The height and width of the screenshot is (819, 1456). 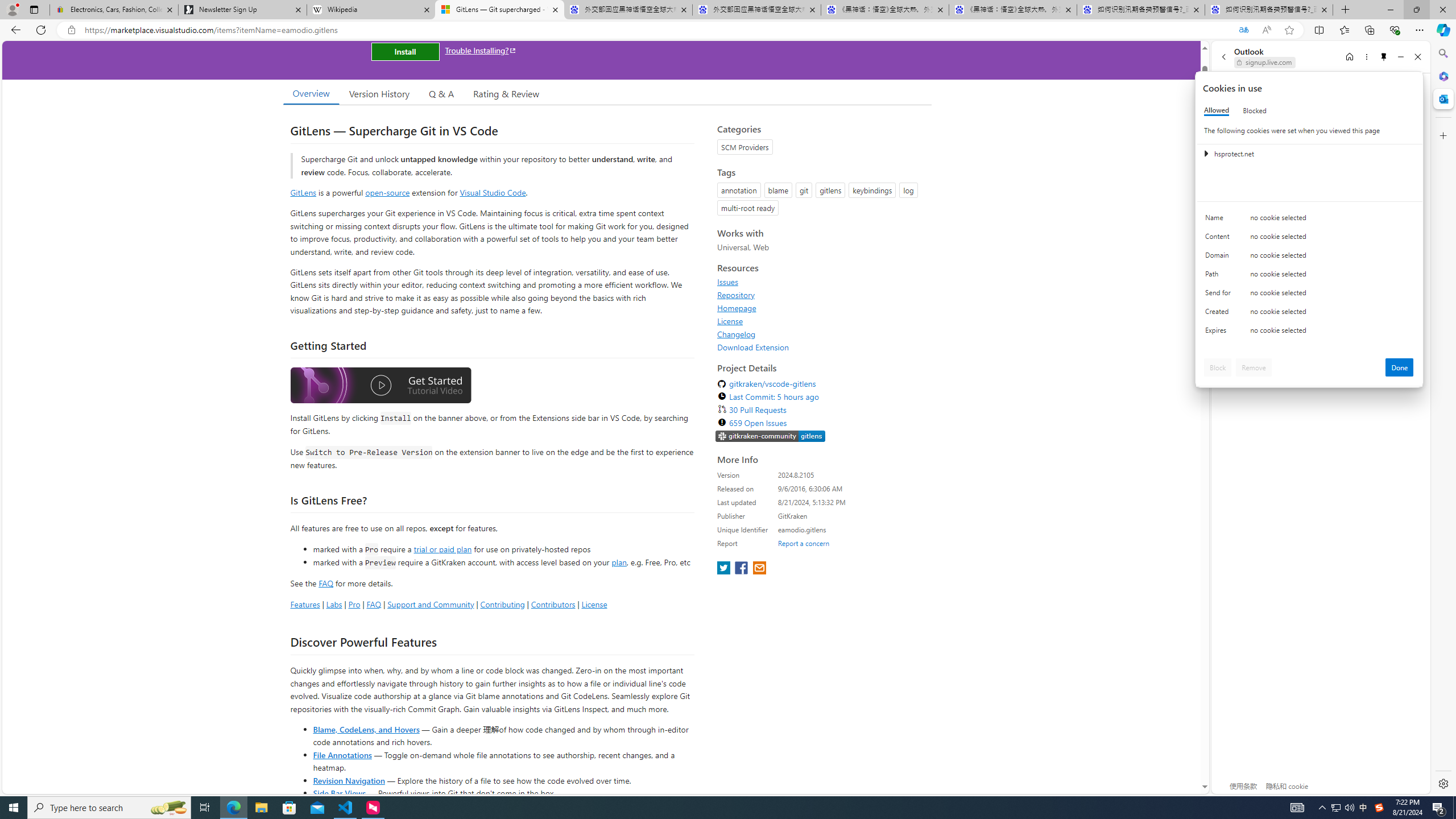 I want to click on 'Class: c0153 c0157', so click(x=1309, y=333).